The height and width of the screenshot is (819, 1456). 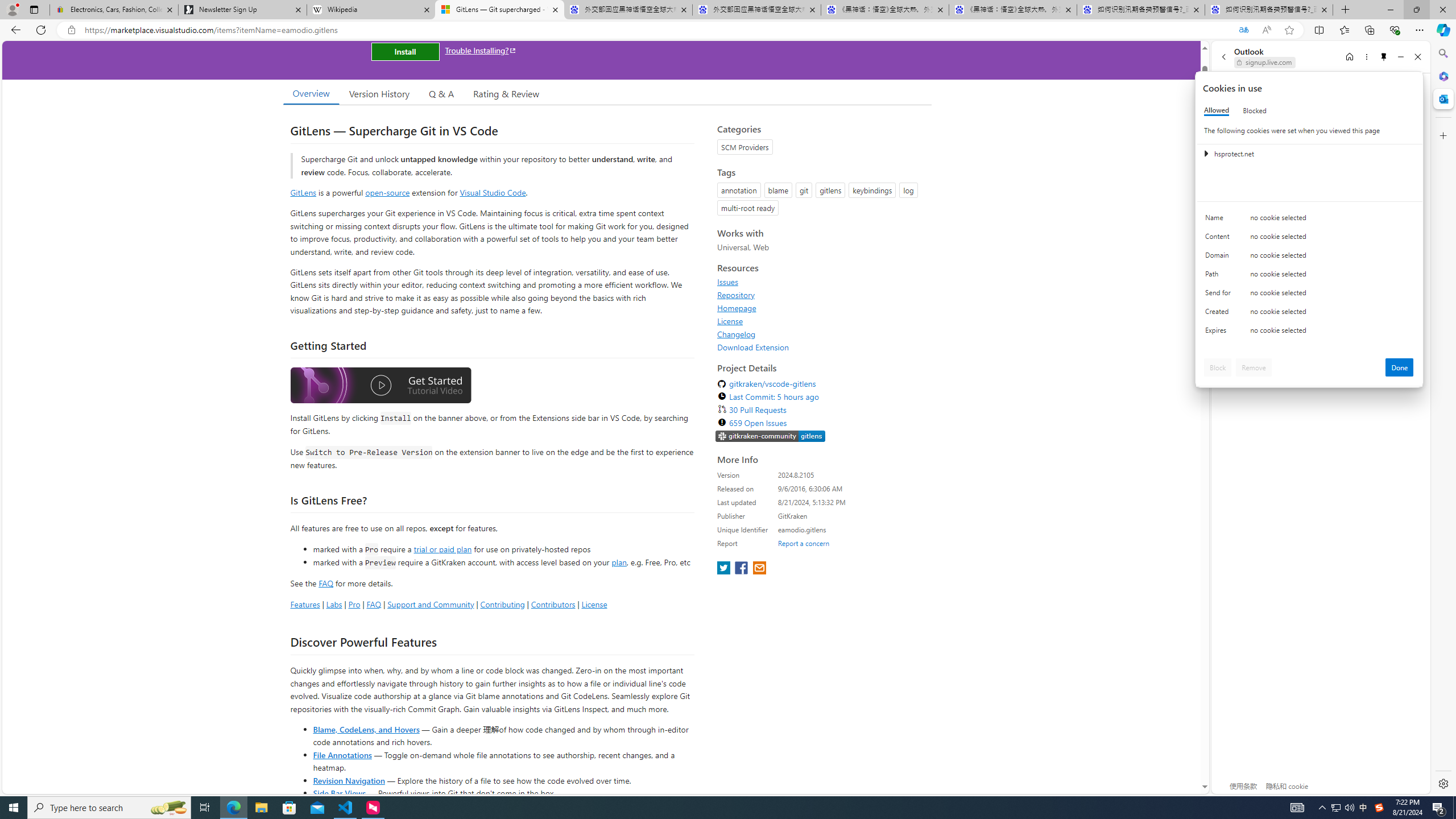 I want to click on 'Class: c0153 c0157', so click(x=1309, y=333).